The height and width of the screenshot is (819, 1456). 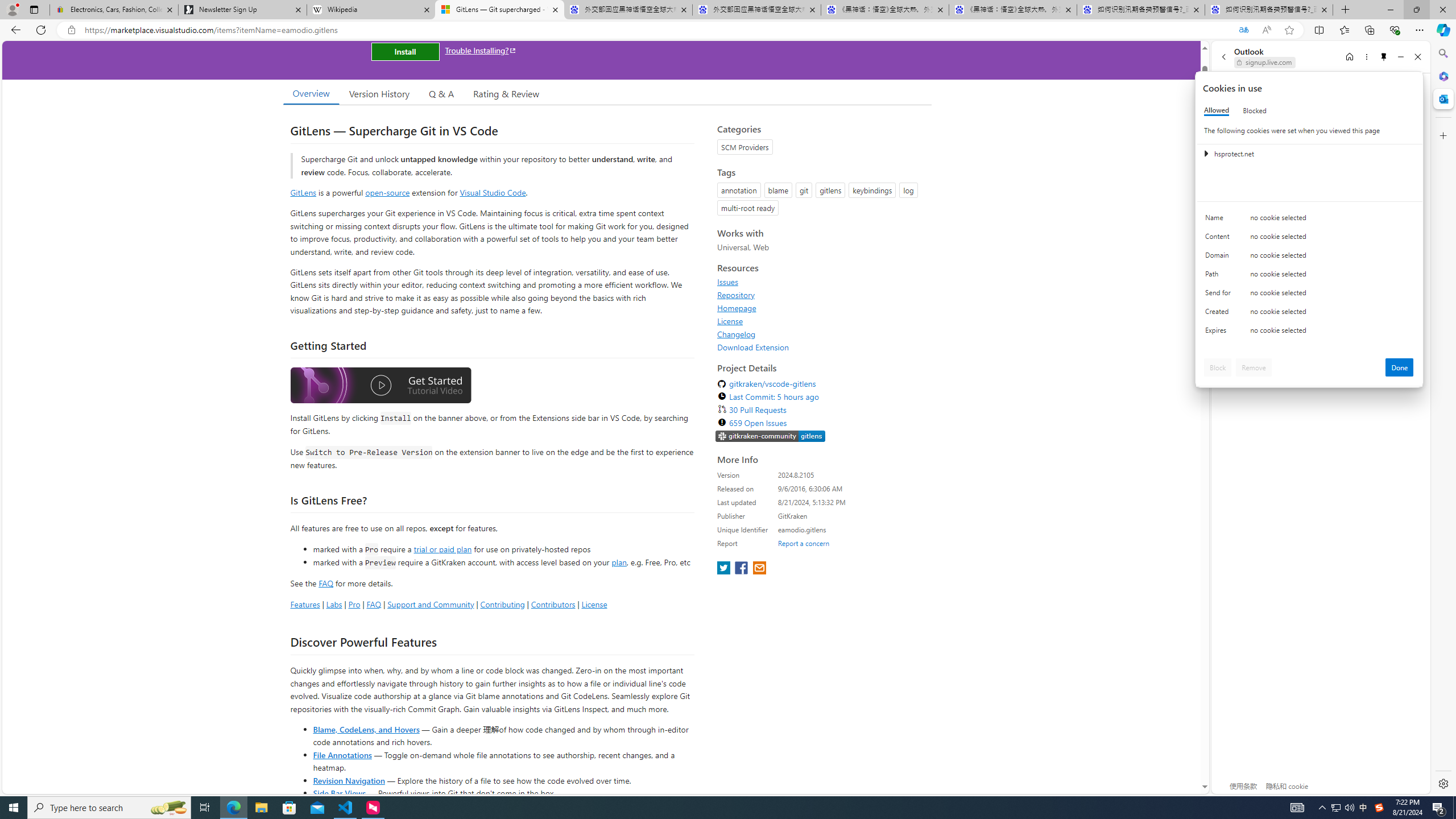 I want to click on 'Class: c0153 c0157', so click(x=1309, y=333).